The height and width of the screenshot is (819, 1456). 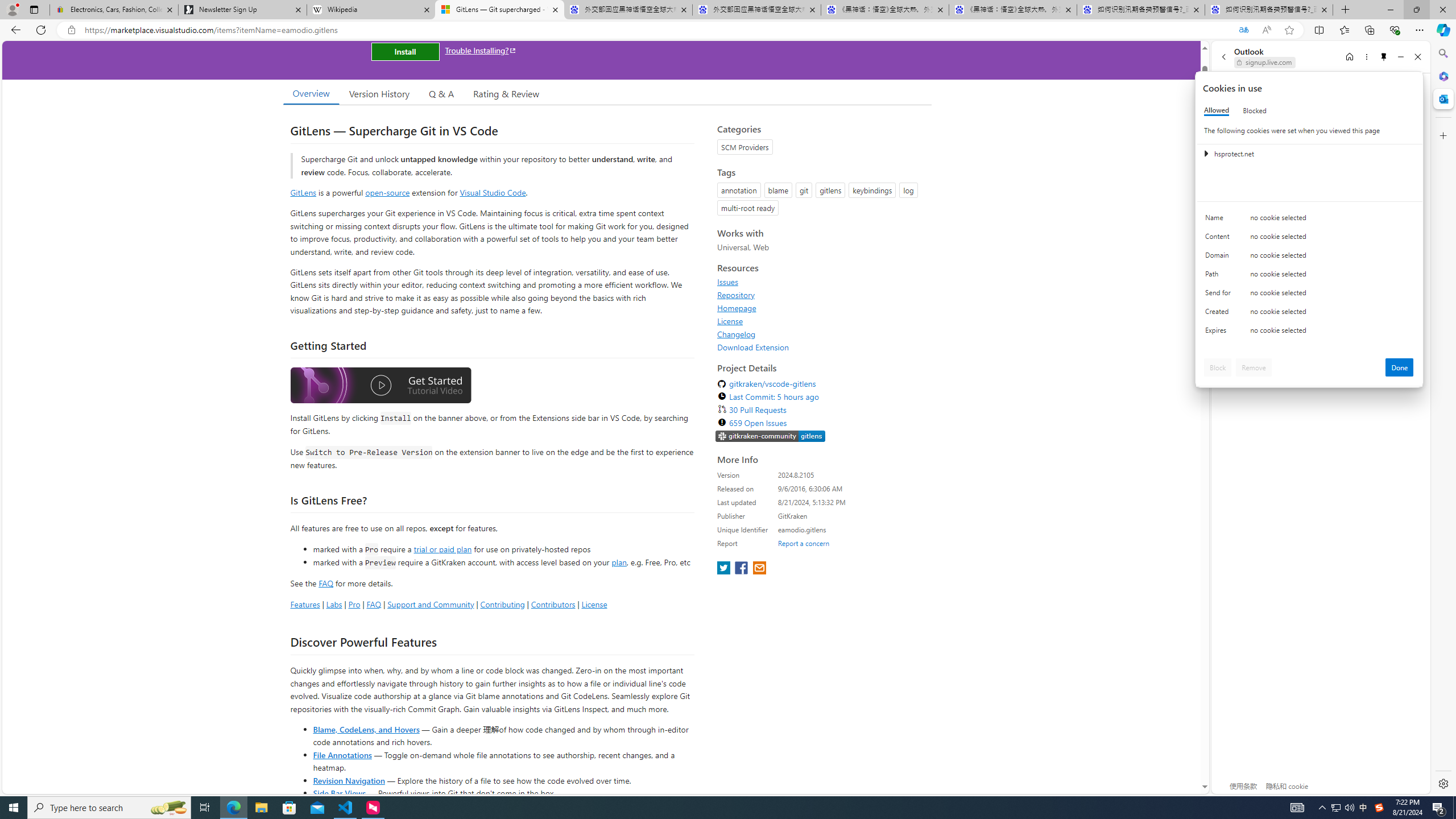 I want to click on 'Class: c0153 c0157', so click(x=1309, y=333).